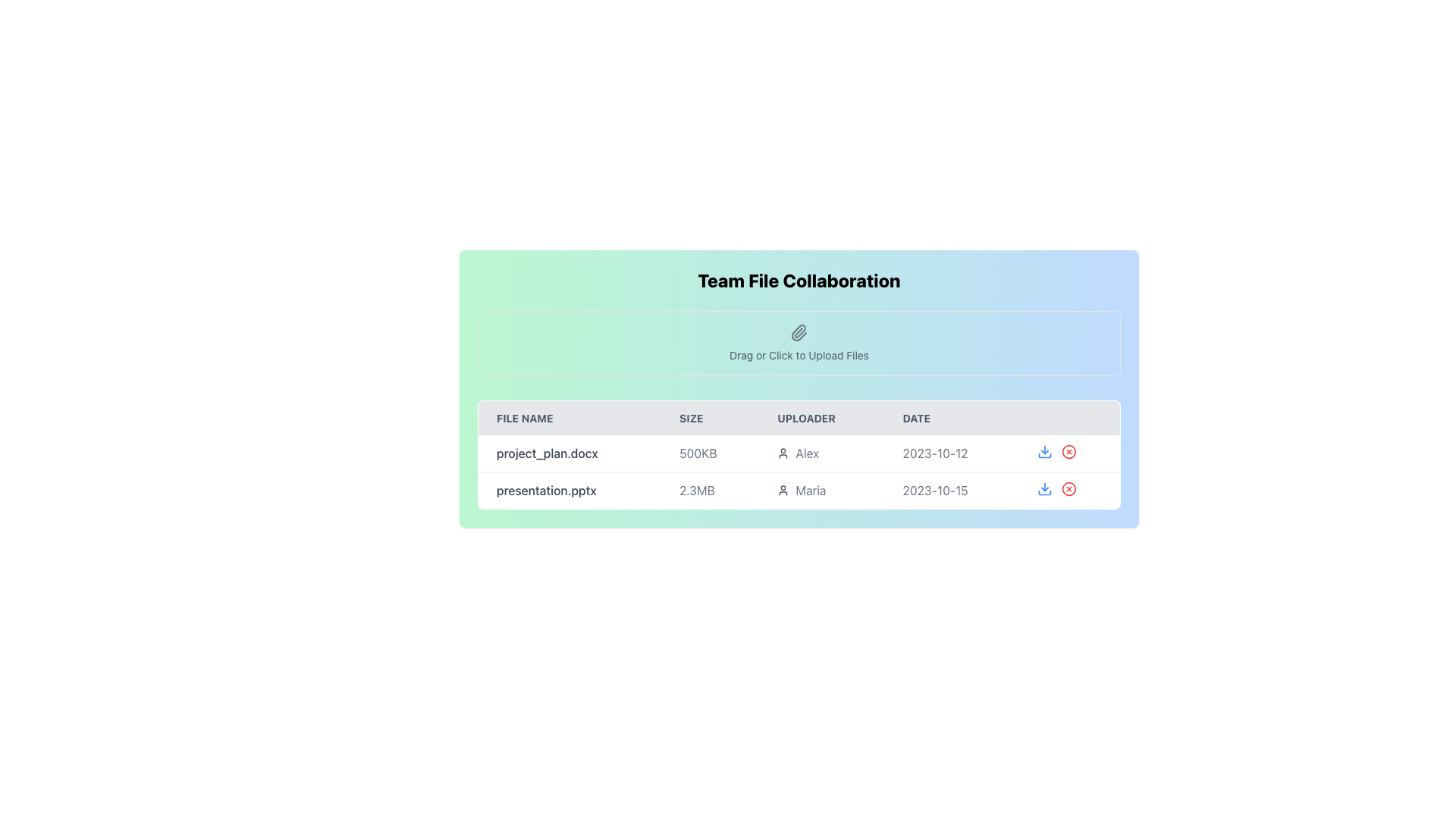  What do you see at coordinates (799, 491) in the screenshot?
I see `the File row entry` at bounding box center [799, 491].